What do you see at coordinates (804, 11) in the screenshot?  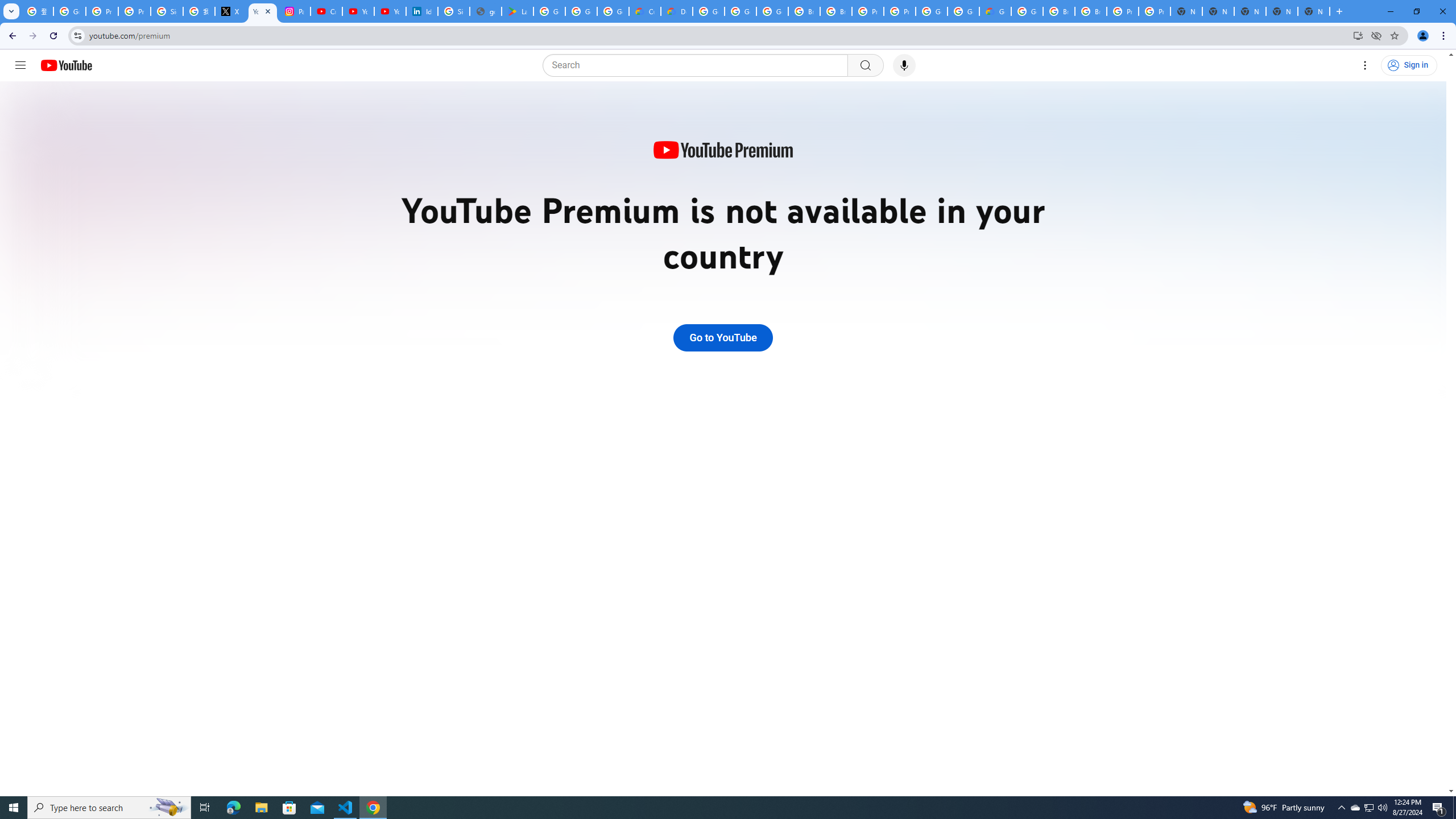 I see `'Browse Chrome as a guest - Computer - Google Chrome Help'` at bounding box center [804, 11].